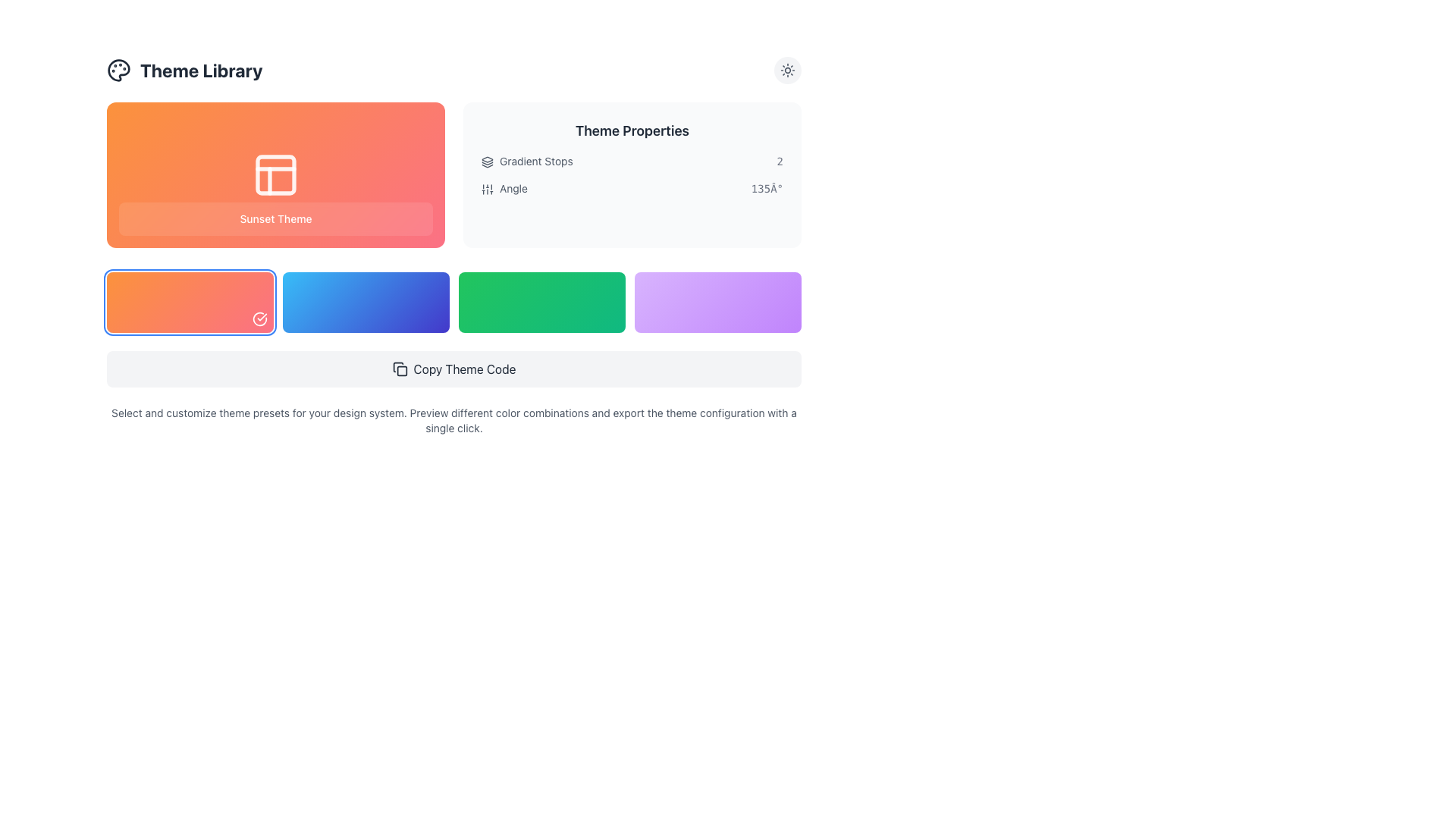 The height and width of the screenshot is (819, 1456). I want to click on the content of the text label indicating the count or relevant value associated with gradient stops, located in the 'Theme Properties' section, positioned next to 'Gradient Stops', so click(780, 161).